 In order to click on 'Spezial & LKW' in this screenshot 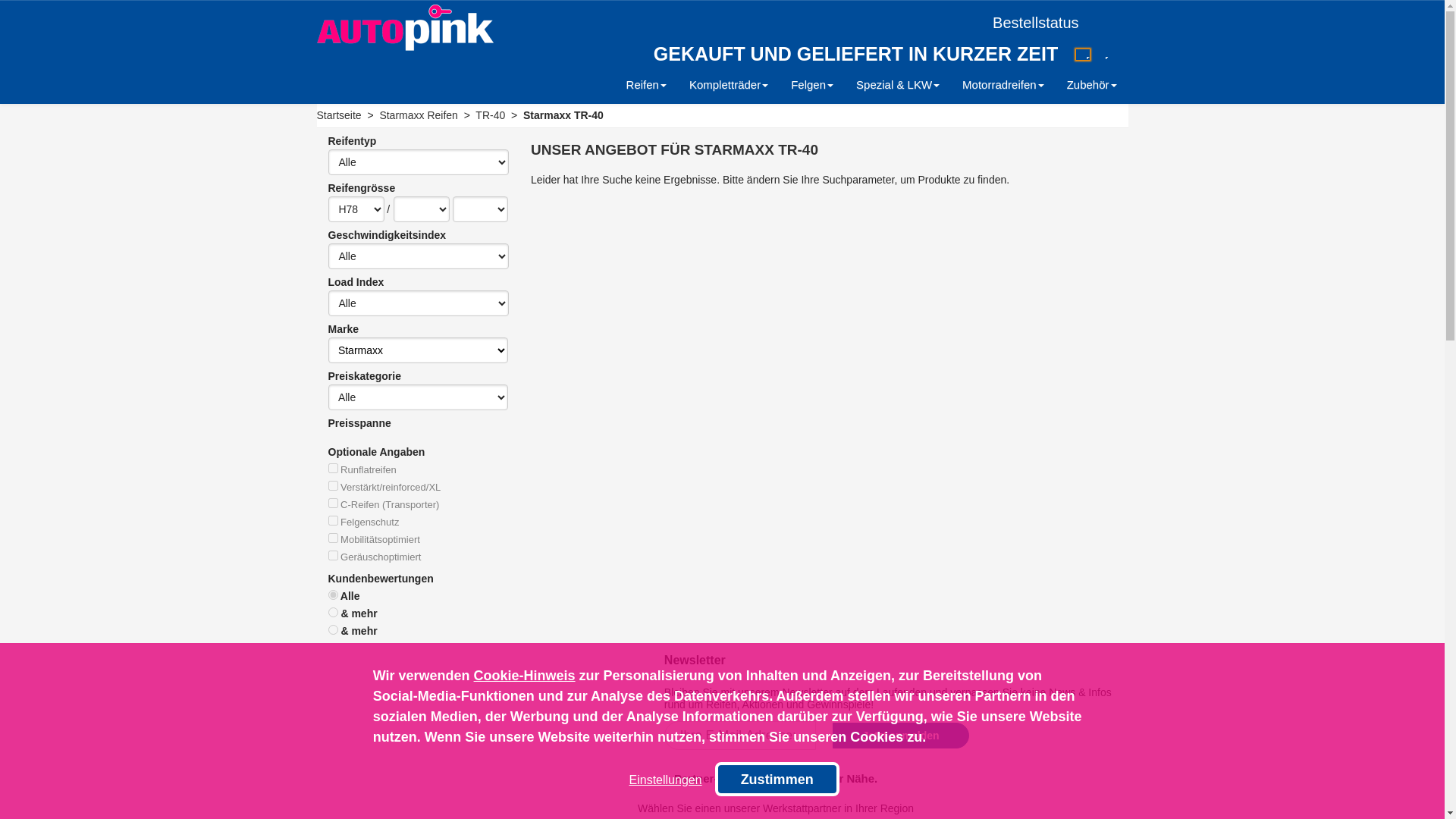, I will do `click(843, 84)`.